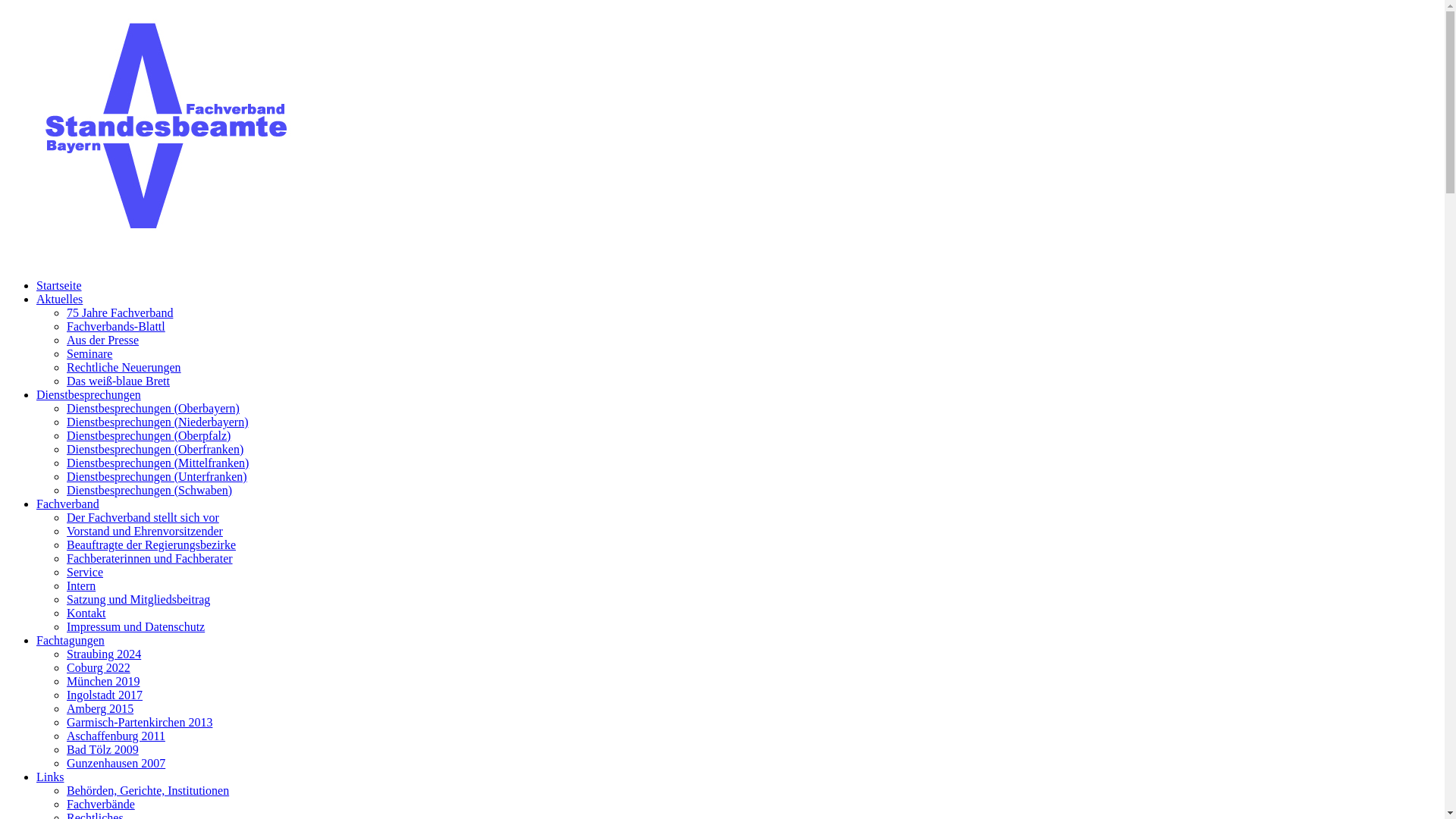 The height and width of the screenshot is (819, 1456). Describe the element at coordinates (97, 667) in the screenshot. I see `'Coburg 2022'` at that location.